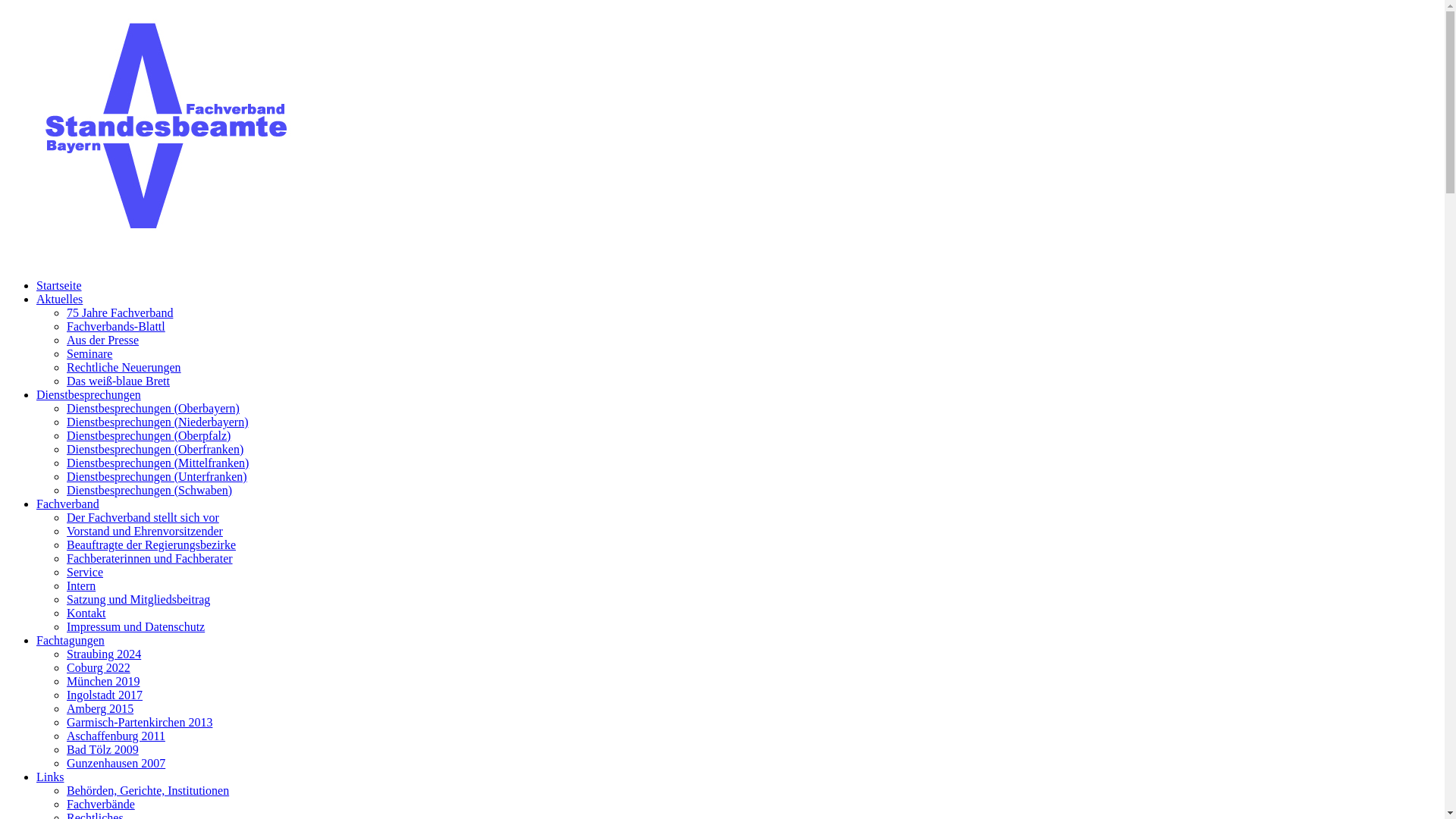 The height and width of the screenshot is (819, 1456). Describe the element at coordinates (97, 667) in the screenshot. I see `'Coburg 2022'` at that location.